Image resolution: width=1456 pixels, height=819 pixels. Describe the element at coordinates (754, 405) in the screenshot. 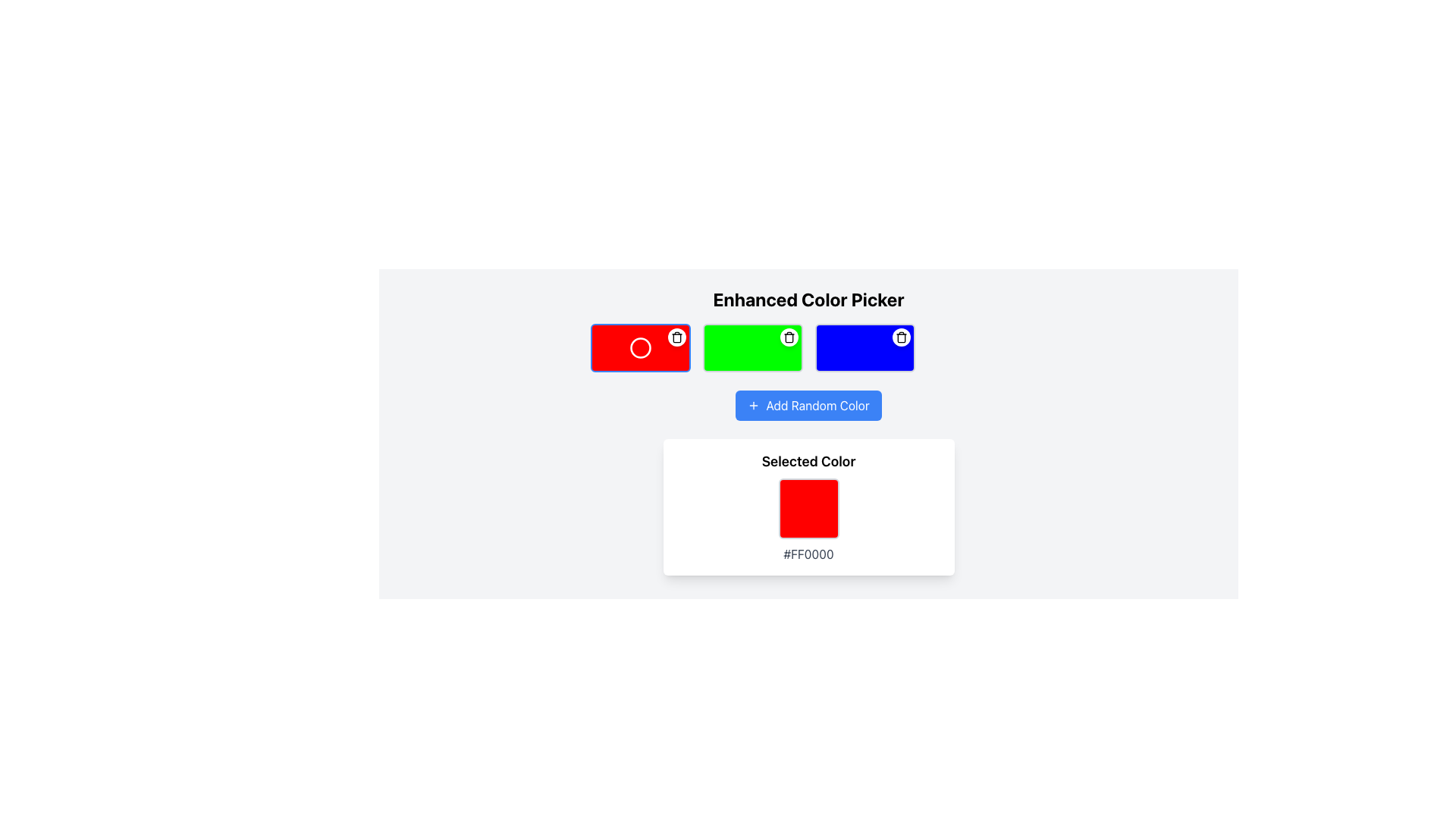

I see `the 'Add Random Color' button which contains the decorative SVG icon on its left side` at that location.